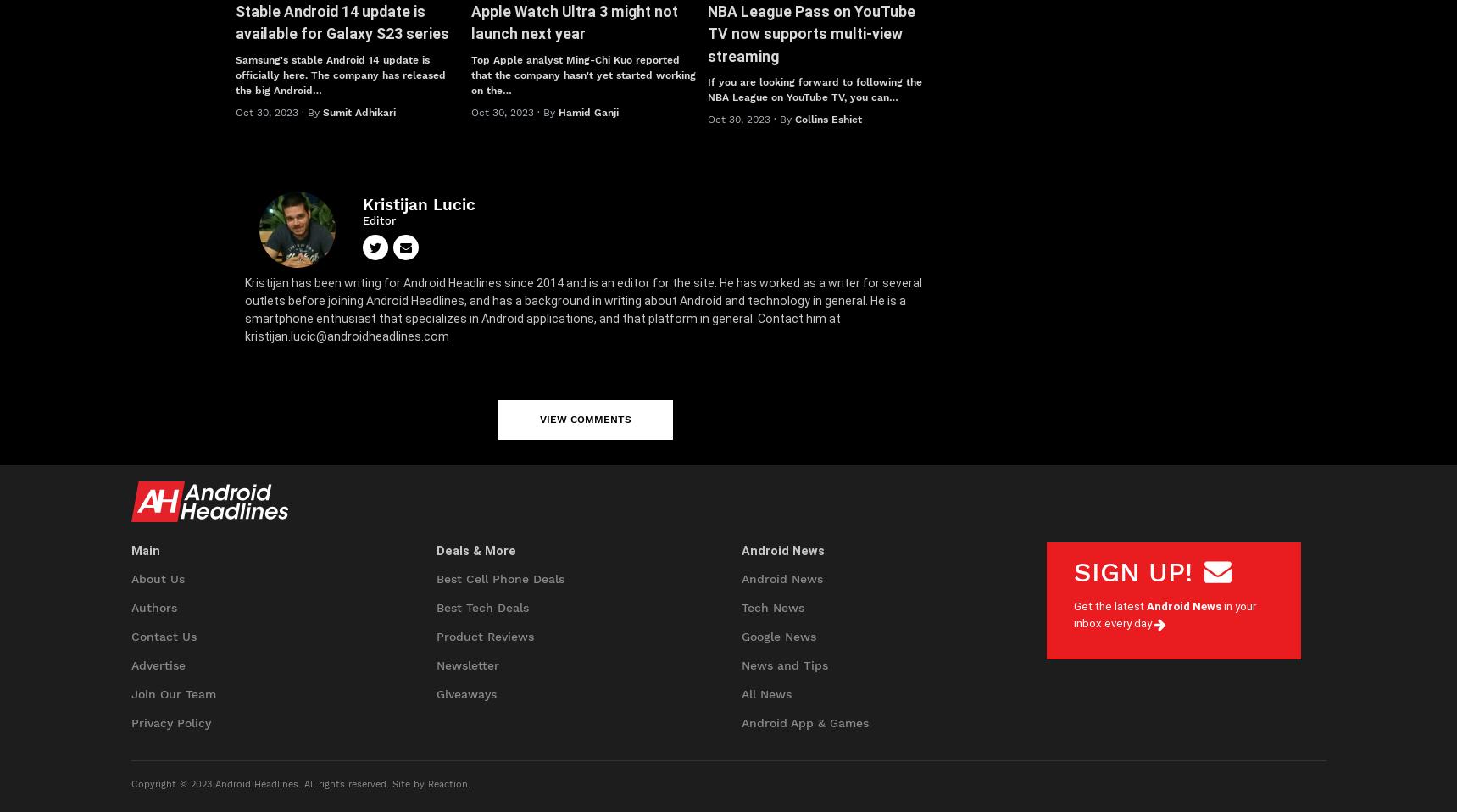  Describe the element at coordinates (794, 118) in the screenshot. I see `'Collins Eshiet'` at that location.